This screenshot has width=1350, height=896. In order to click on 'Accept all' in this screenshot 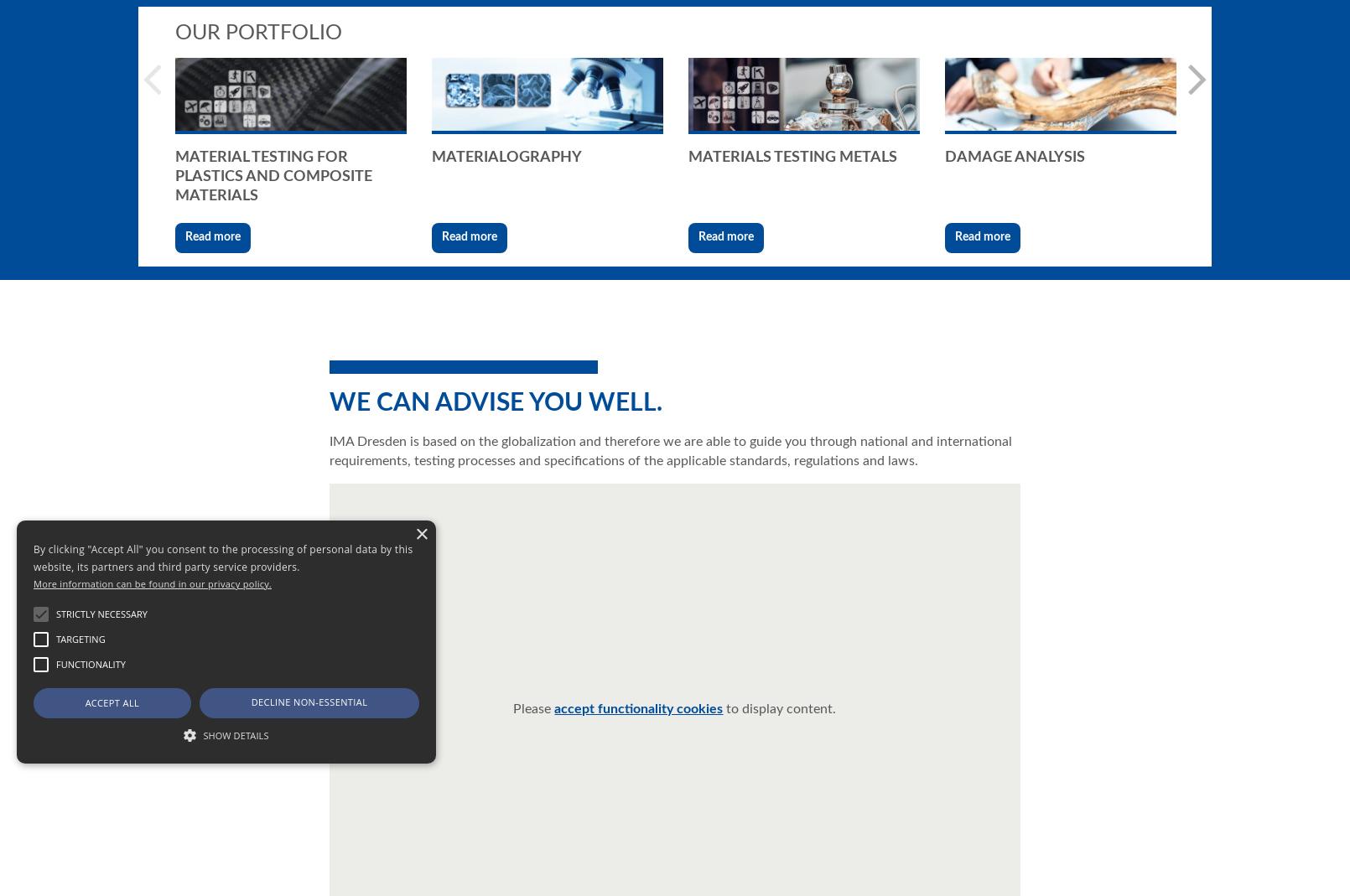, I will do `click(112, 702)`.